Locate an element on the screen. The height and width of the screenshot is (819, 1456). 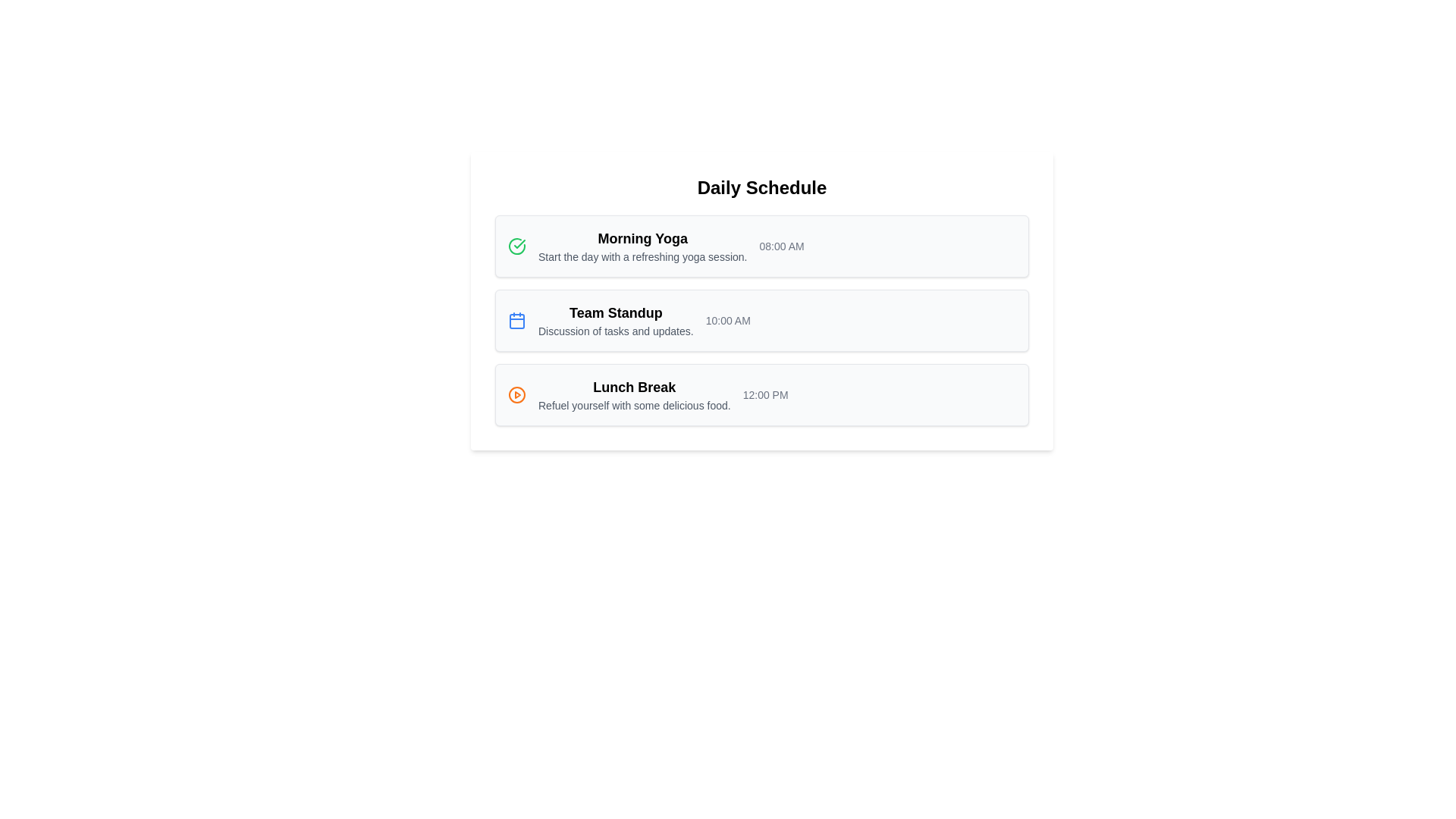
the static text label displaying the time value '12:00 PM', which is styled in a smaller font size, medium weight, and light gray color, located on the far right of the 'Lunch Break' row in the 'Daily Schedule' section is located at coordinates (765, 394).